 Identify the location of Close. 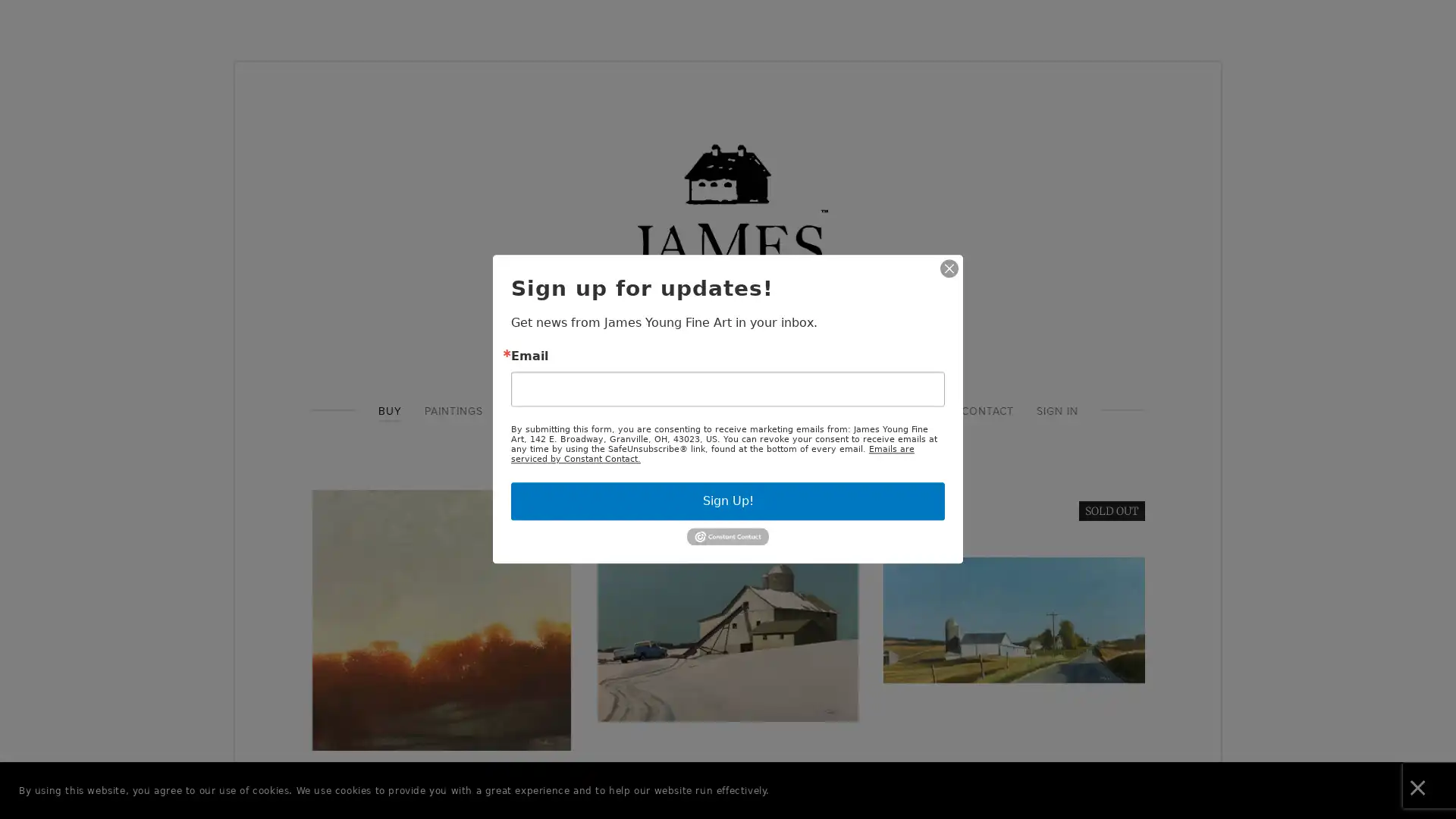
(949, 268).